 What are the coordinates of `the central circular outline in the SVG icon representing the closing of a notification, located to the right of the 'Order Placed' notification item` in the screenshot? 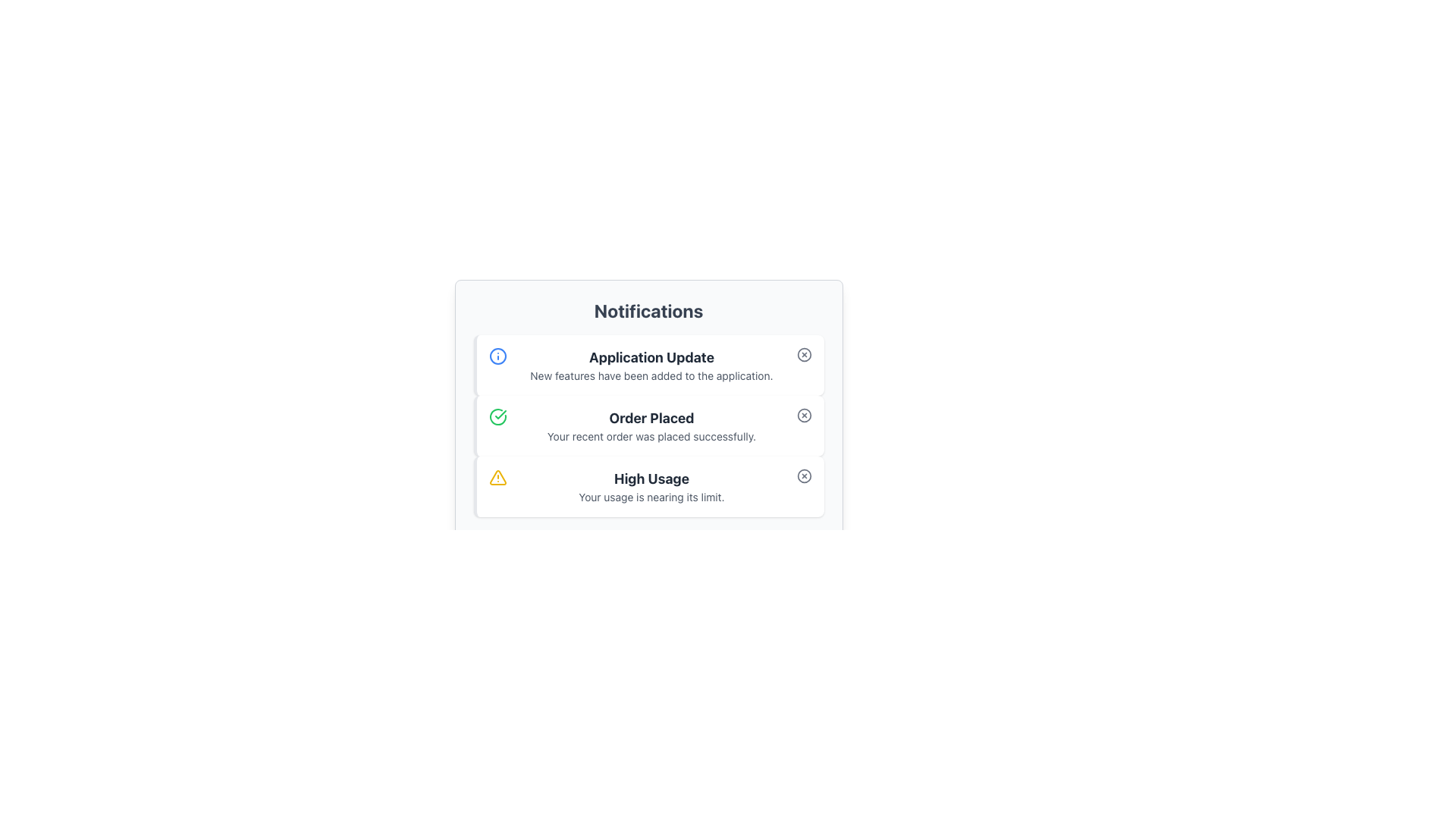 It's located at (803, 415).